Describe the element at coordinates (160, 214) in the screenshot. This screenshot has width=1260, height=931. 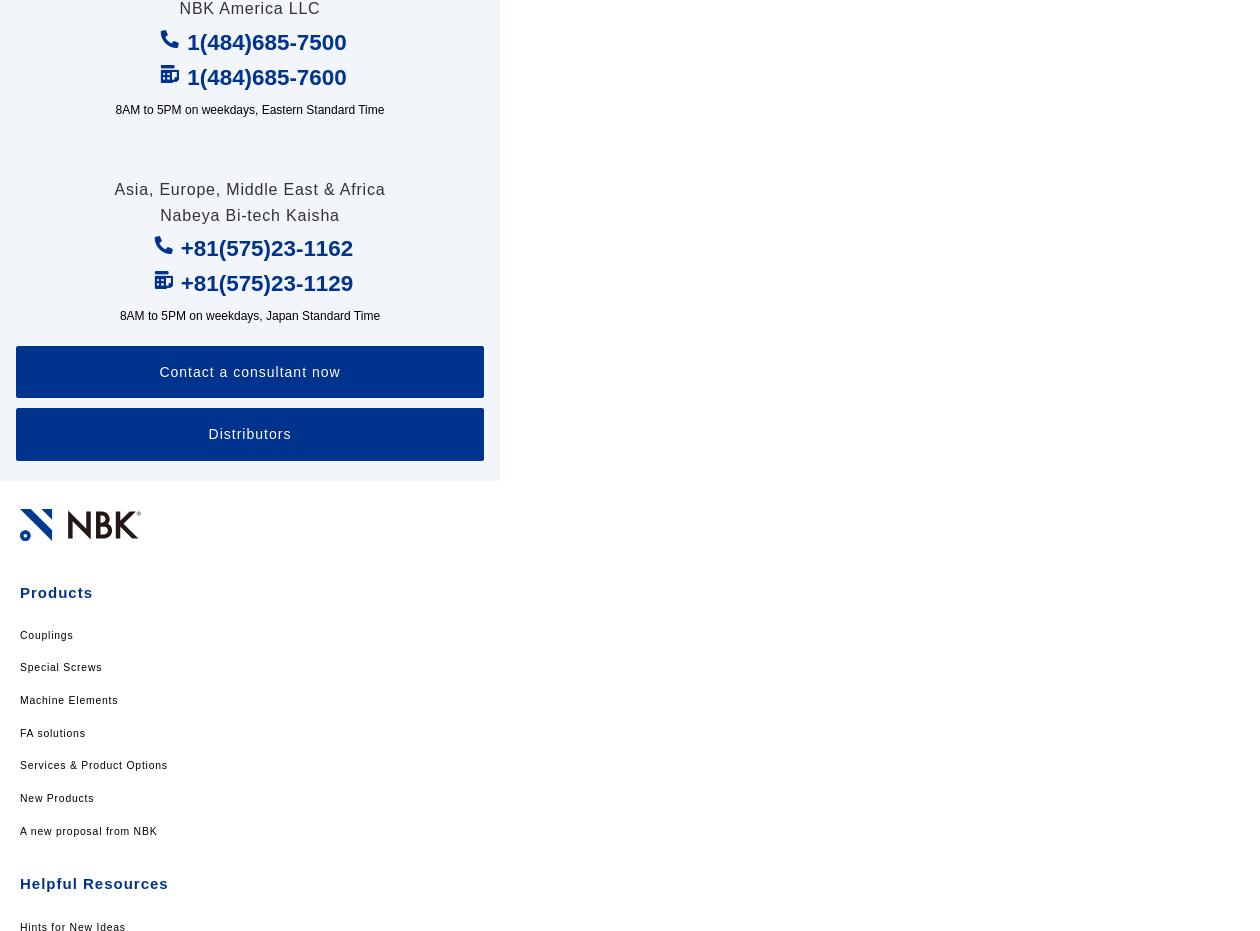
I see `'Nabeya Bi-tech Kaisha'` at that location.